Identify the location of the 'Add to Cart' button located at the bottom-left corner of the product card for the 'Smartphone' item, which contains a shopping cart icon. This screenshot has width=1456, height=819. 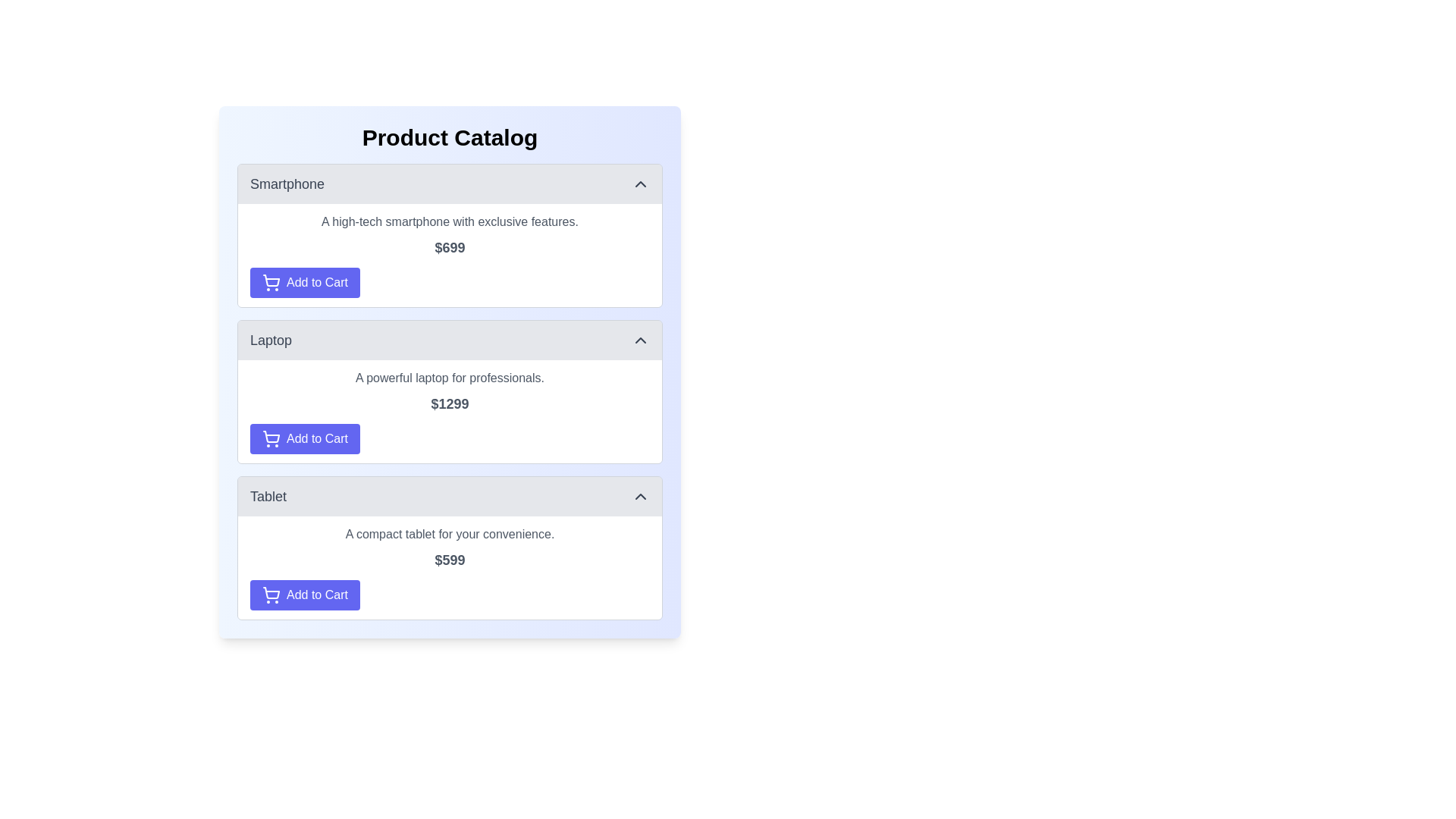
(271, 283).